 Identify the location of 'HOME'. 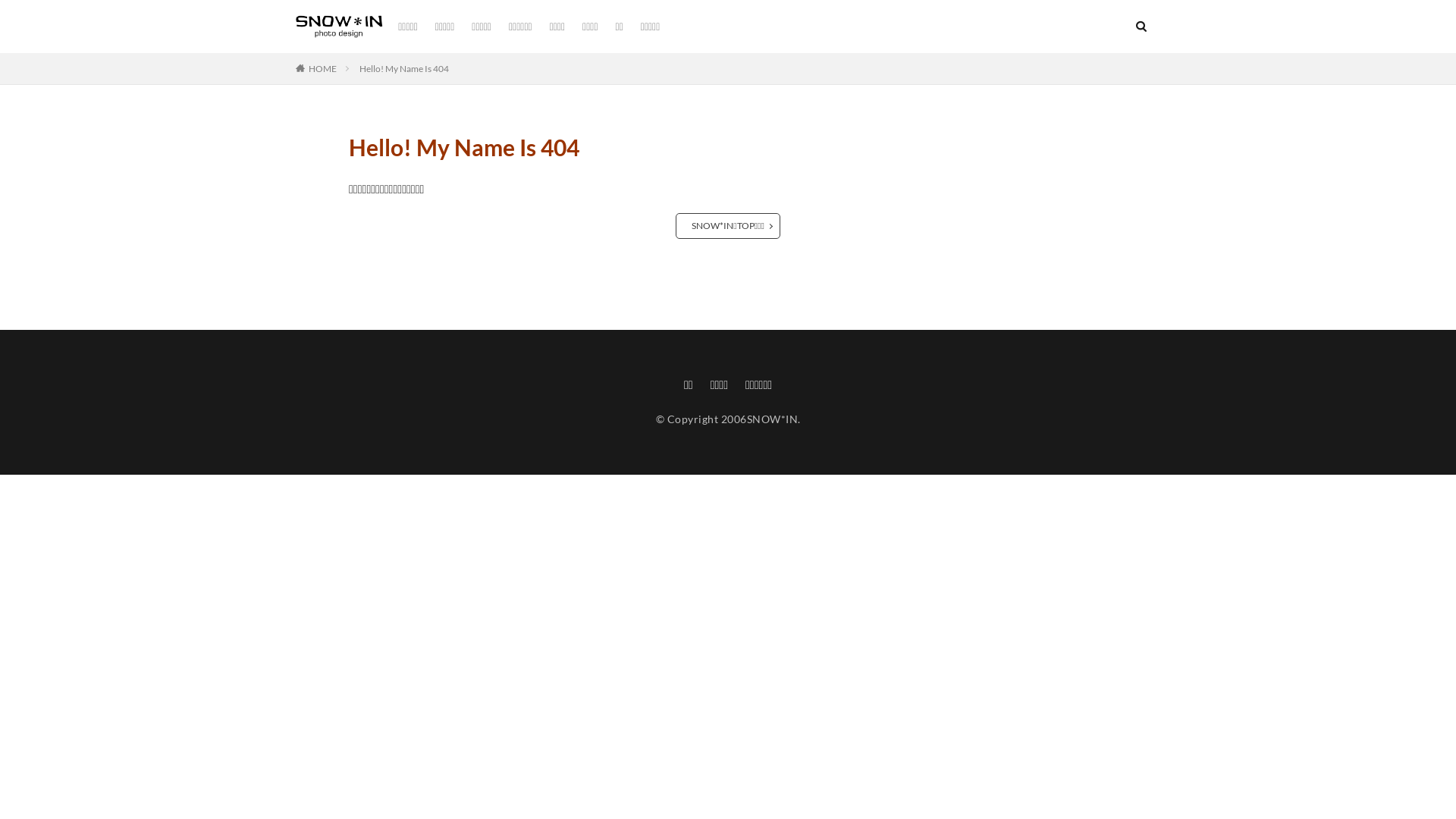
(322, 68).